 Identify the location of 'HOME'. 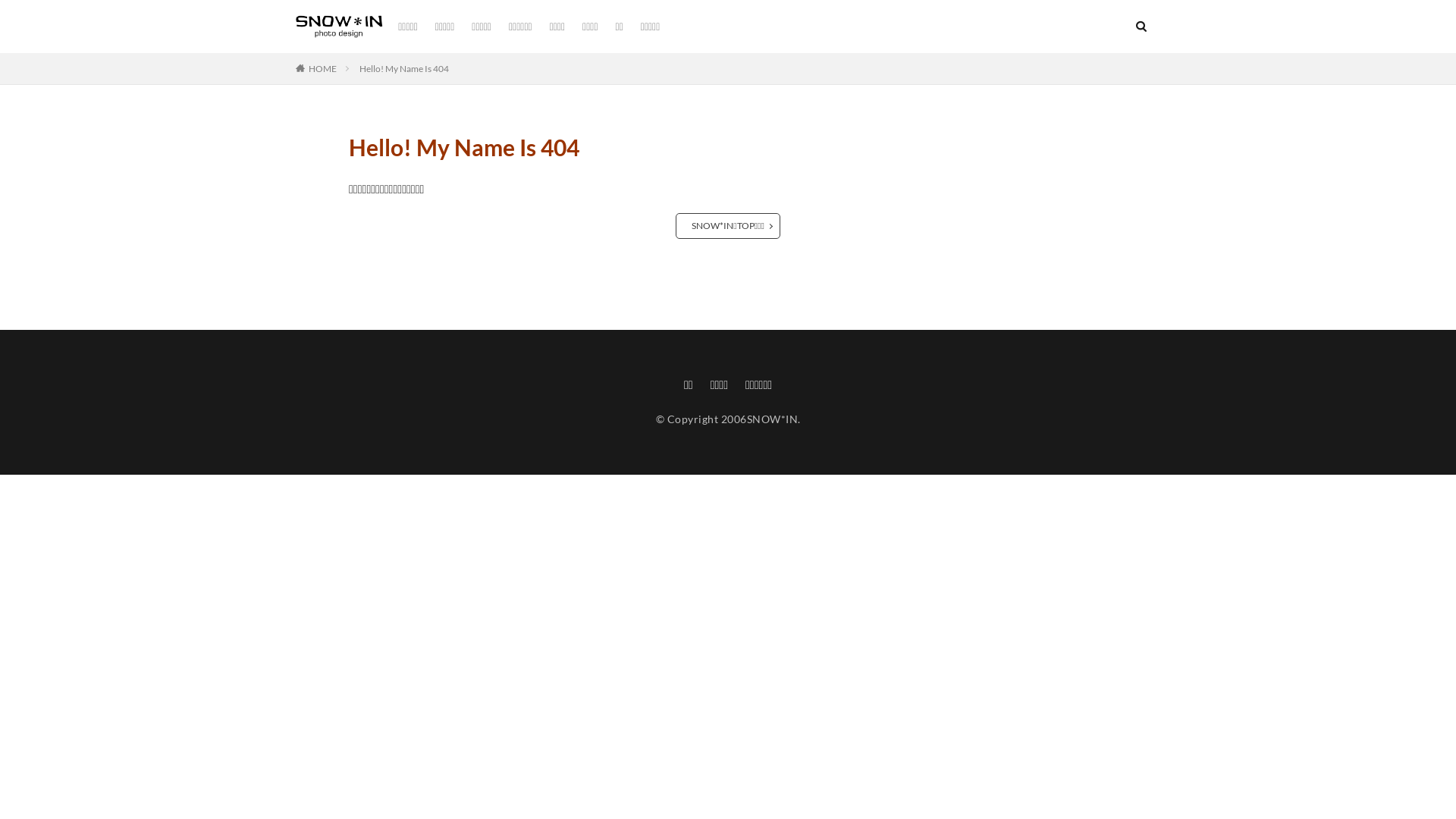
(322, 68).